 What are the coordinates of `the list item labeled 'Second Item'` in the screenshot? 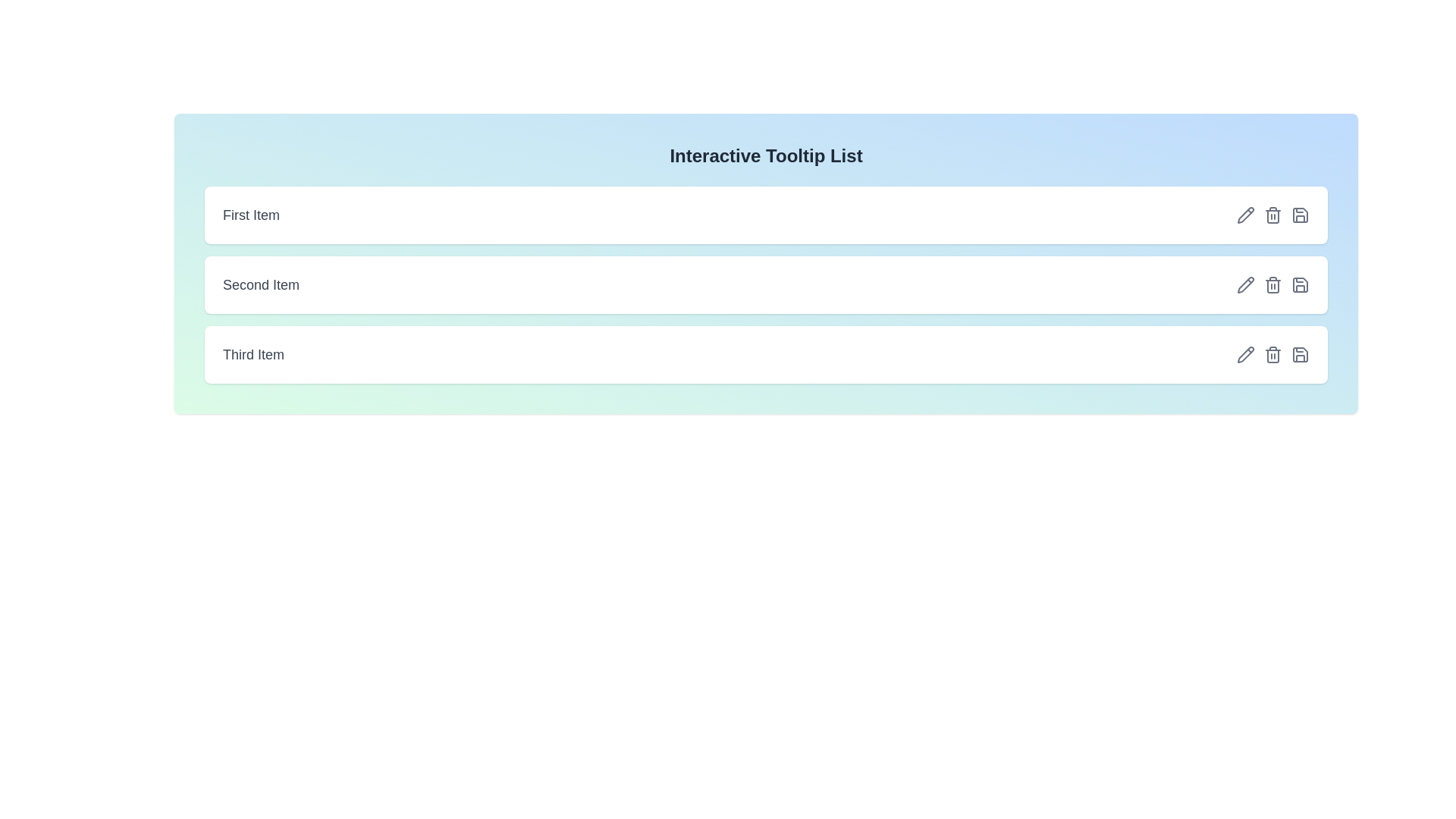 It's located at (766, 284).